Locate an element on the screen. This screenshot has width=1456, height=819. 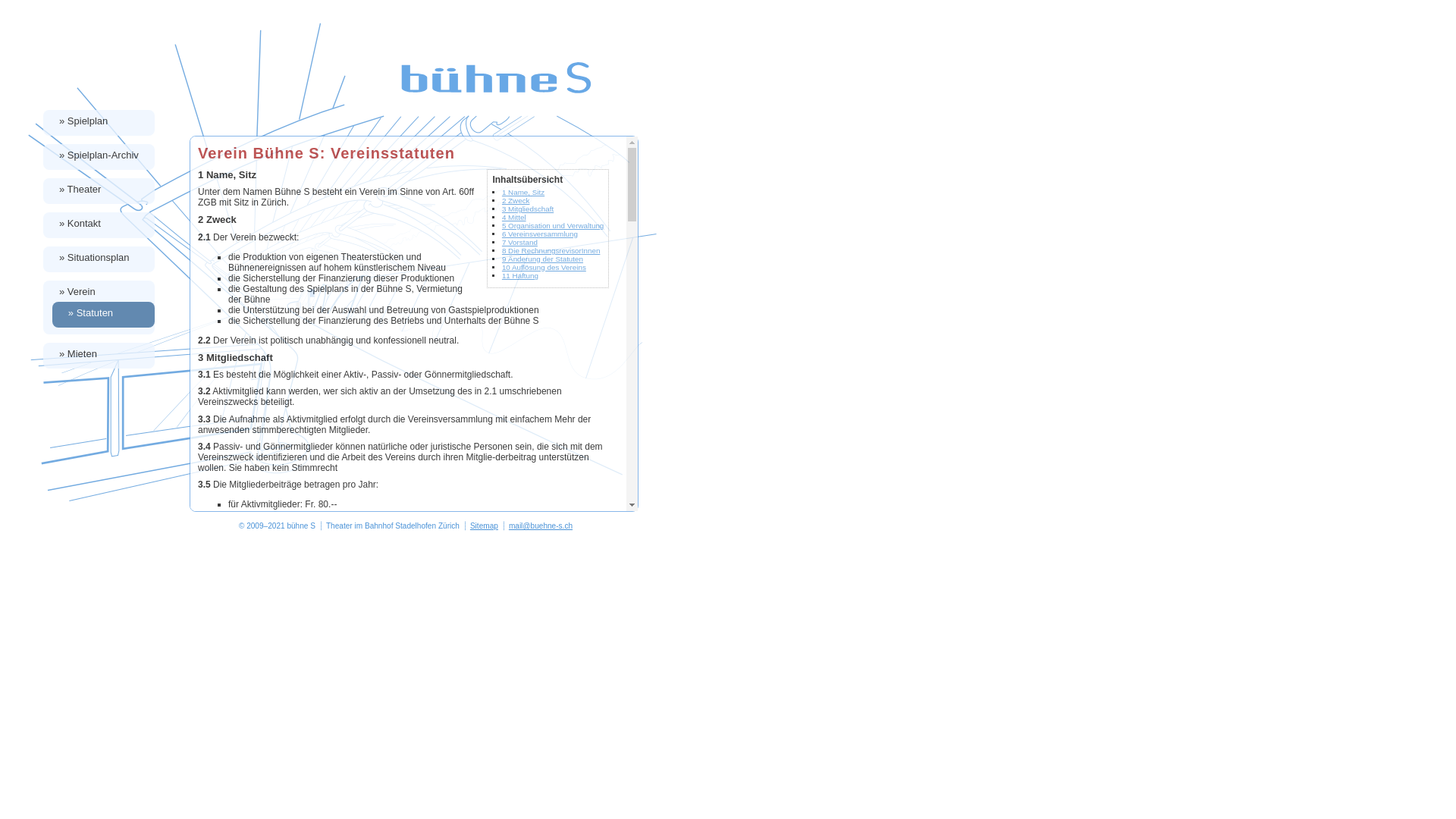
'3 Mitgliedschaft' is located at coordinates (528, 209).